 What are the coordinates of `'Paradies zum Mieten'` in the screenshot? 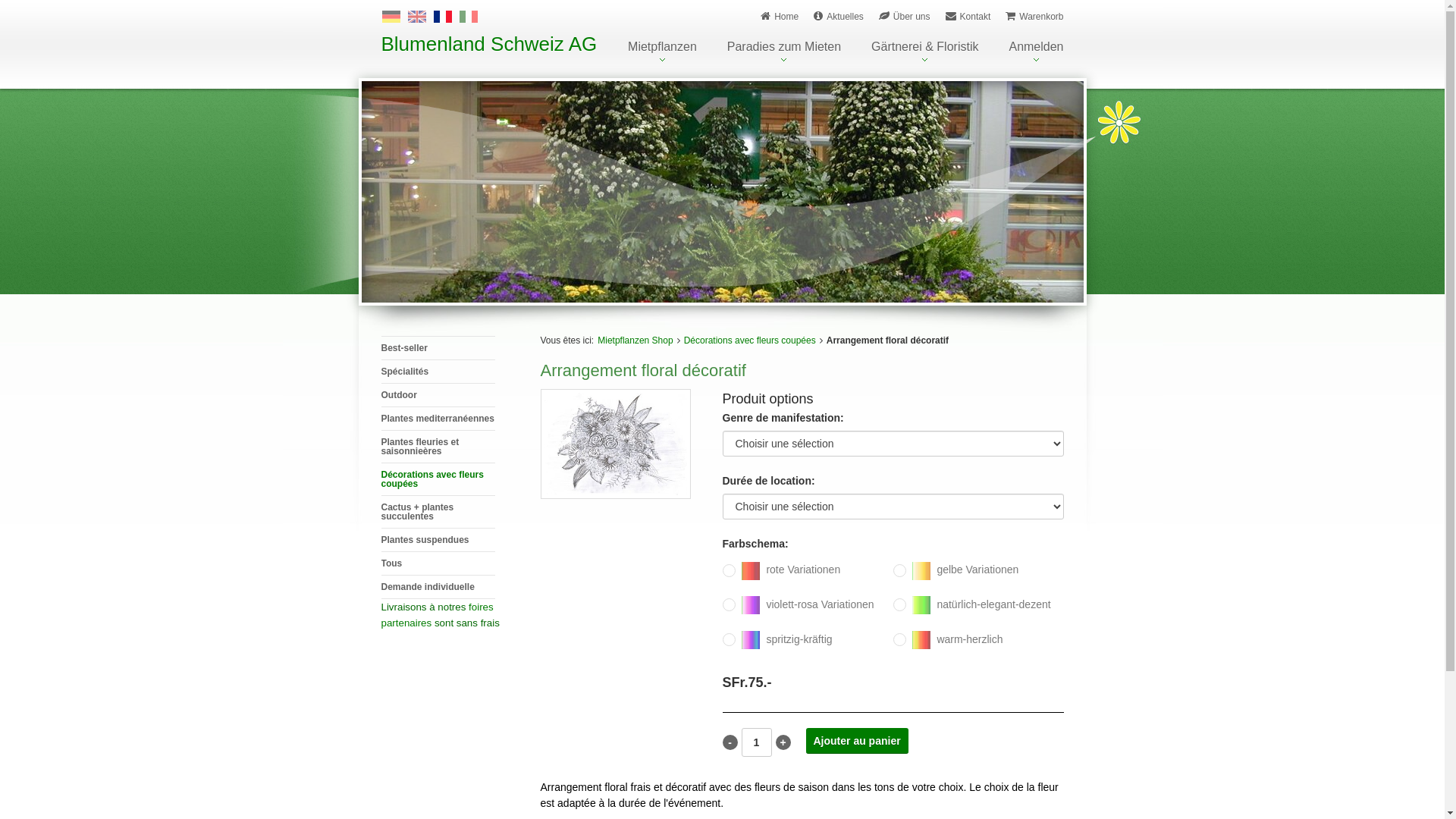 It's located at (783, 51).